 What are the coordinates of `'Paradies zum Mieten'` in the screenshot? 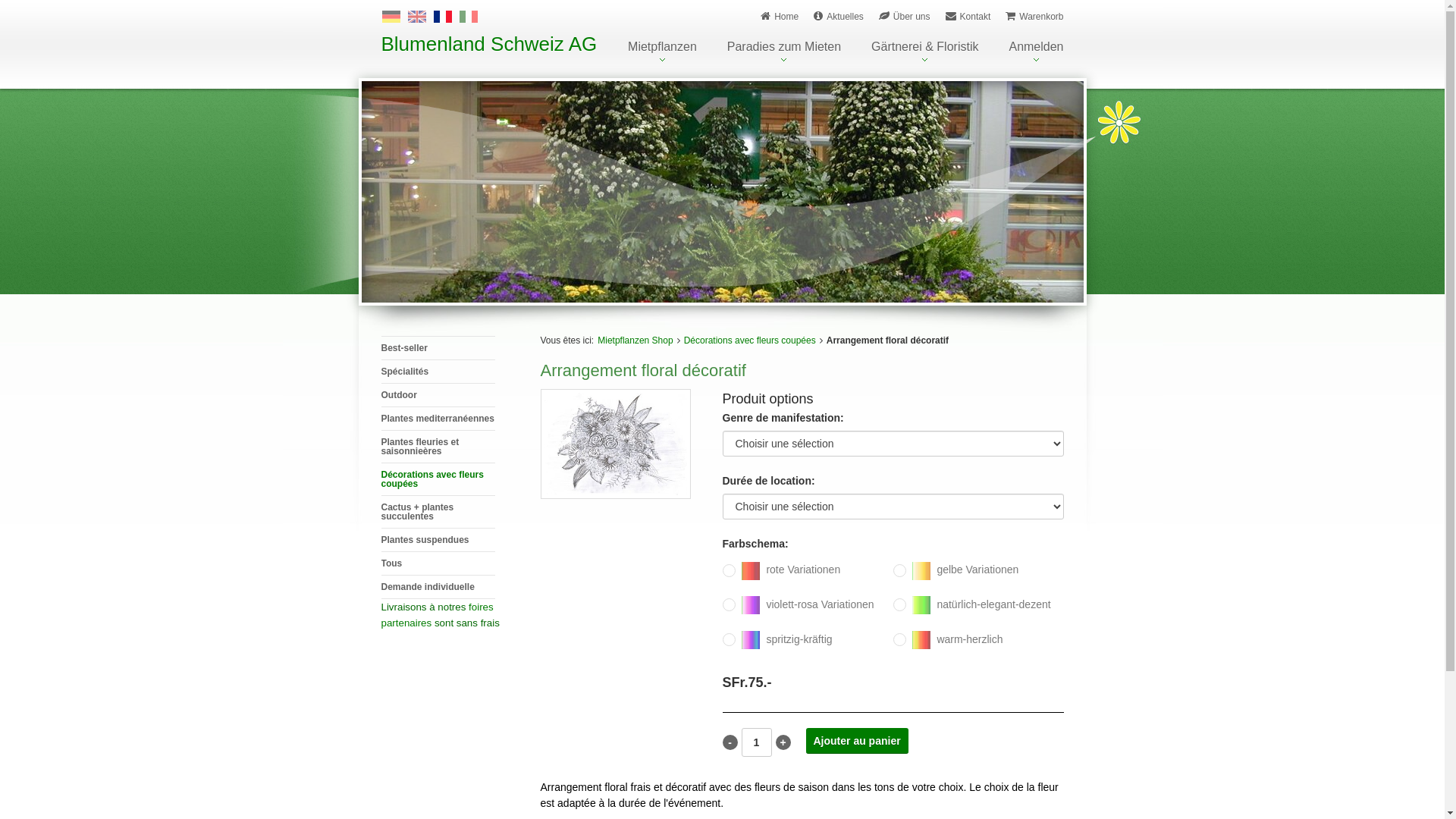 It's located at (783, 51).